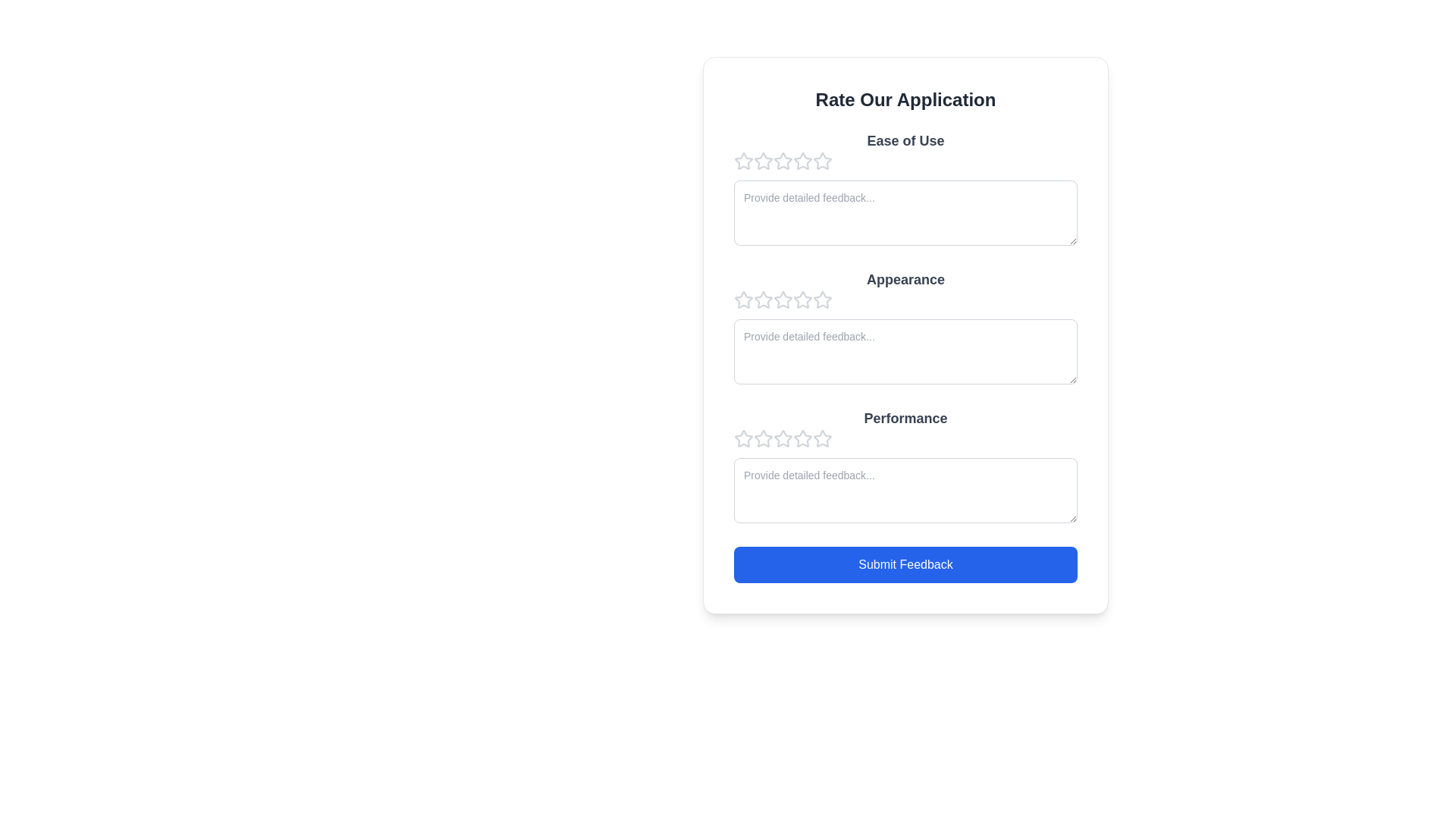  Describe the element at coordinates (905, 280) in the screenshot. I see `text label that serves as a heading for the 'Appearance' rating section, positioned within the 'Rate Our Application' form, which is the second label in the series` at that location.